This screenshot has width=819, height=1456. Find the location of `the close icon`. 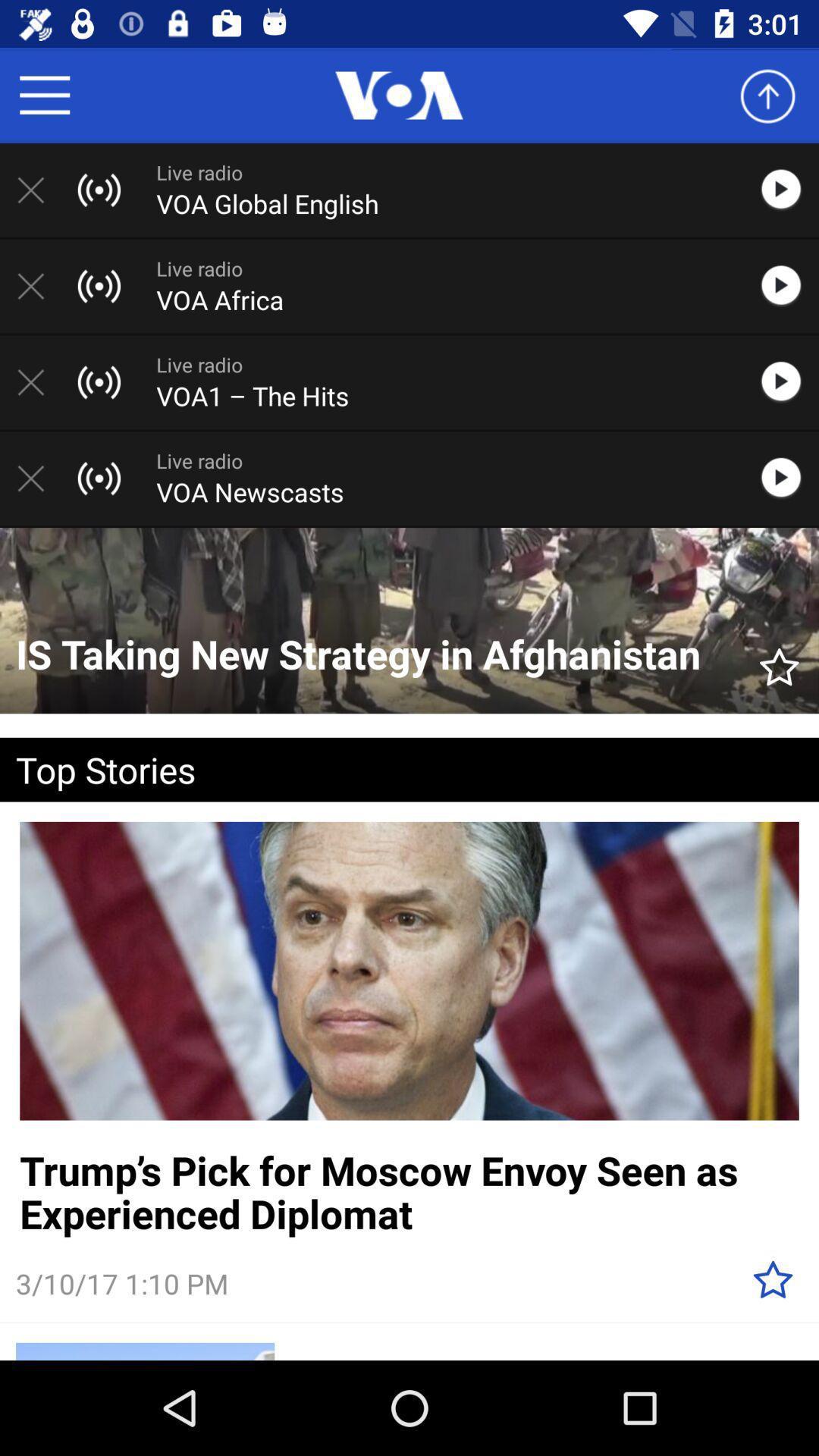

the close icon is located at coordinates (38, 382).